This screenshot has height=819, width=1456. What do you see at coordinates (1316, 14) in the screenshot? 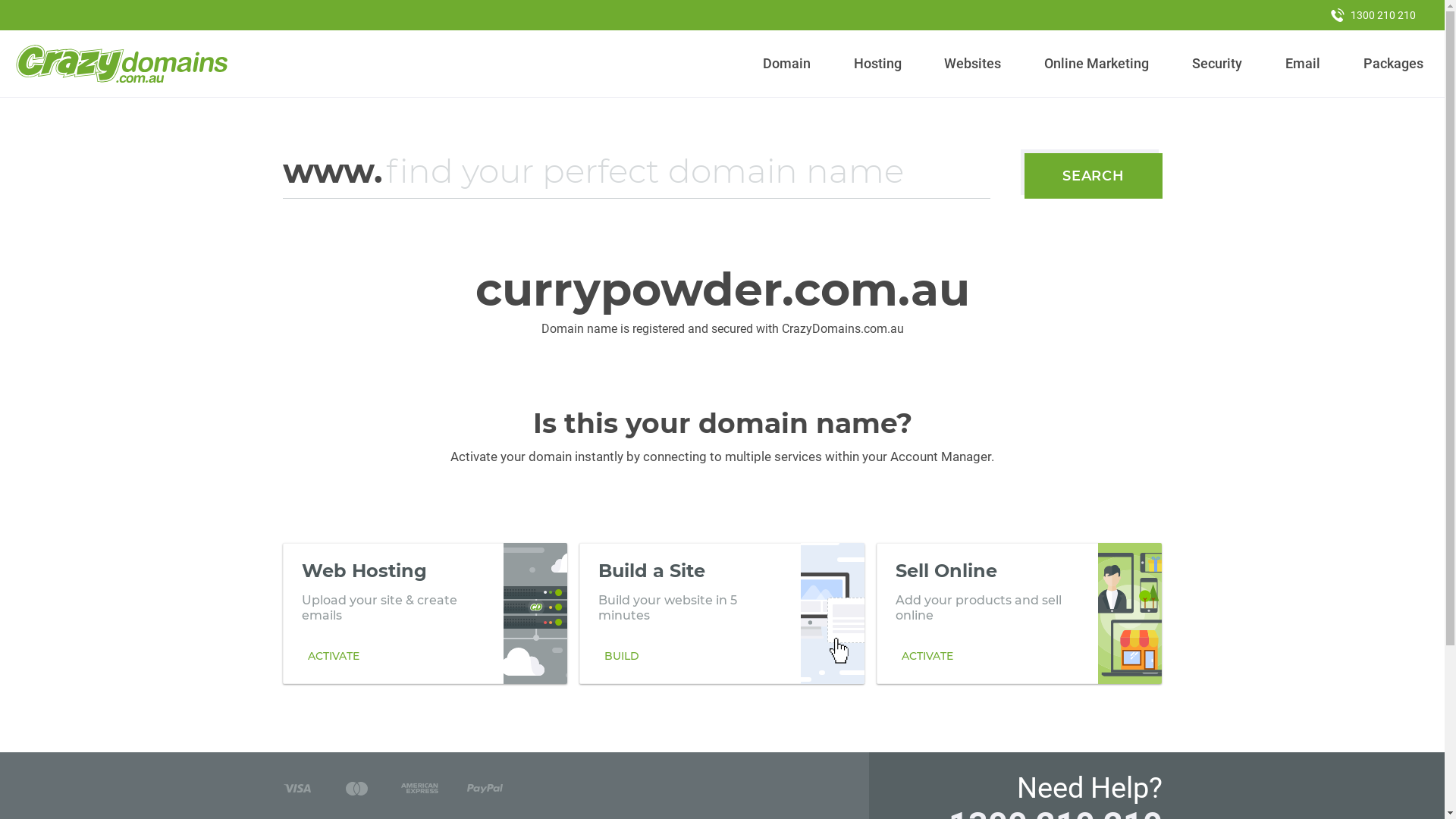
I see `'1300 210 210'` at bounding box center [1316, 14].